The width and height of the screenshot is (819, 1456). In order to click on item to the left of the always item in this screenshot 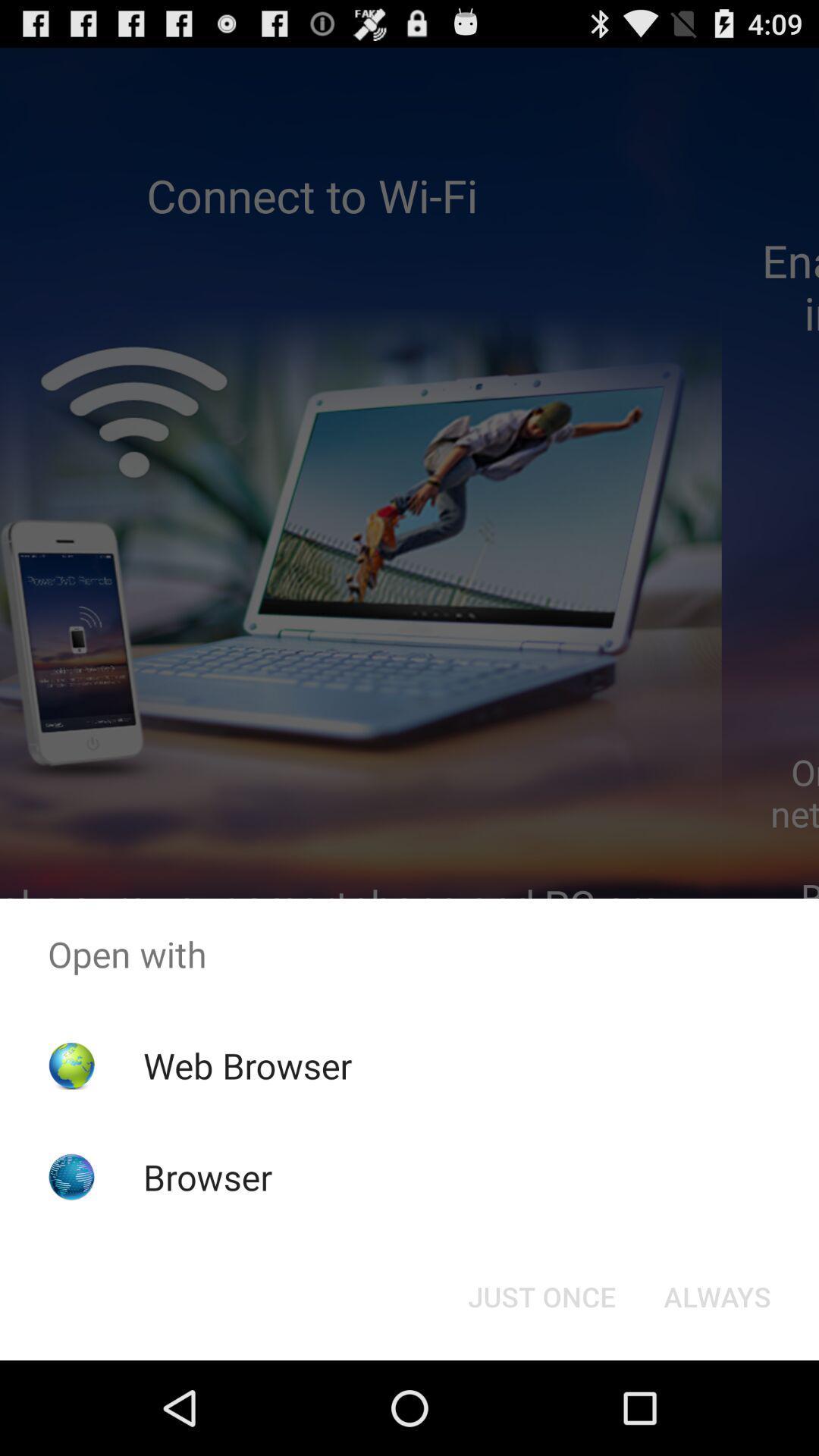, I will do `click(541, 1295)`.